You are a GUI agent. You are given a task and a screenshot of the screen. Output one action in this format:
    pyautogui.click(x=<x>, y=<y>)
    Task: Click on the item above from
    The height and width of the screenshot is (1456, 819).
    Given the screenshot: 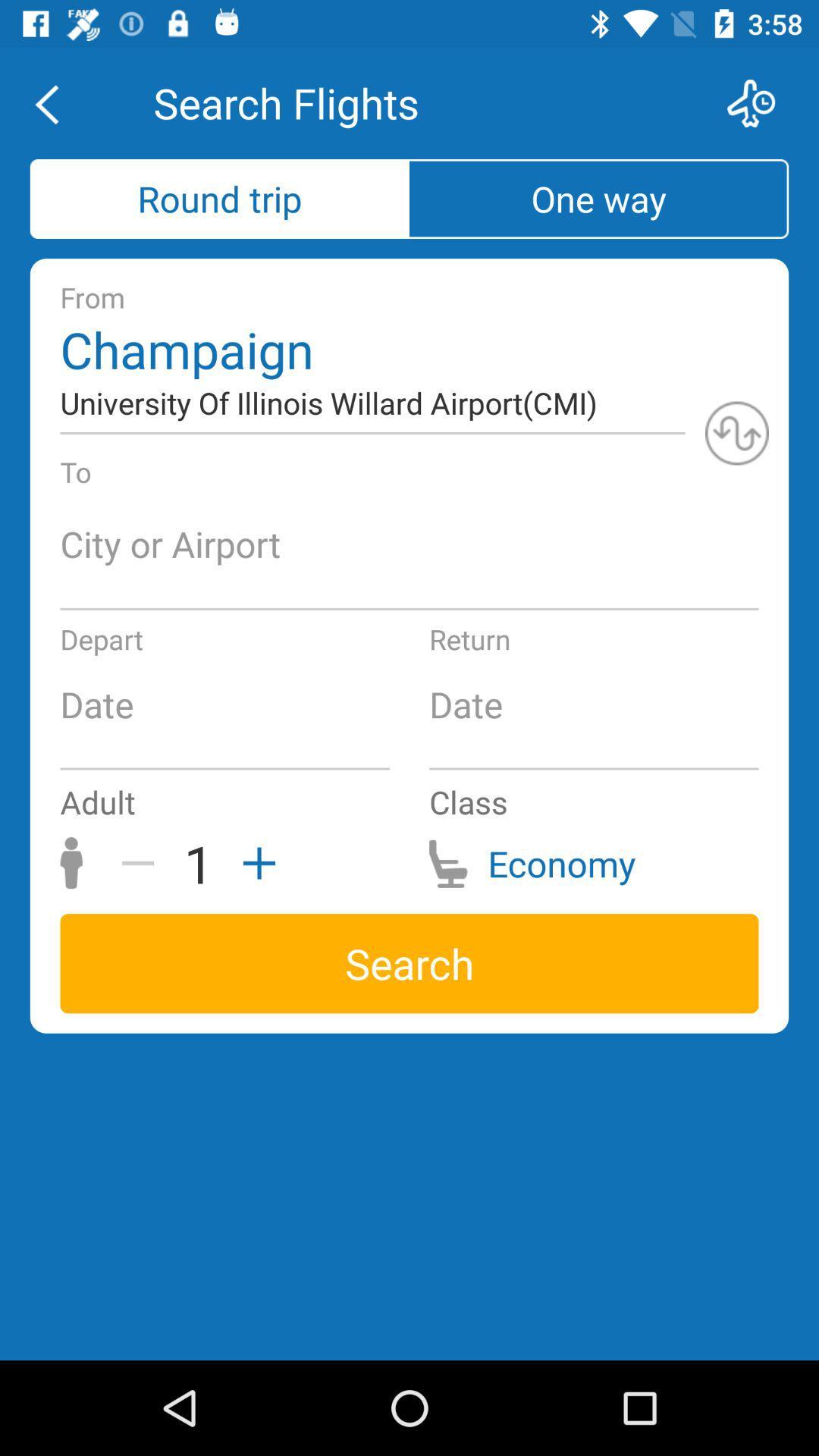 What is the action you would take?
    pyautogui.click(x=598, y=198)
    